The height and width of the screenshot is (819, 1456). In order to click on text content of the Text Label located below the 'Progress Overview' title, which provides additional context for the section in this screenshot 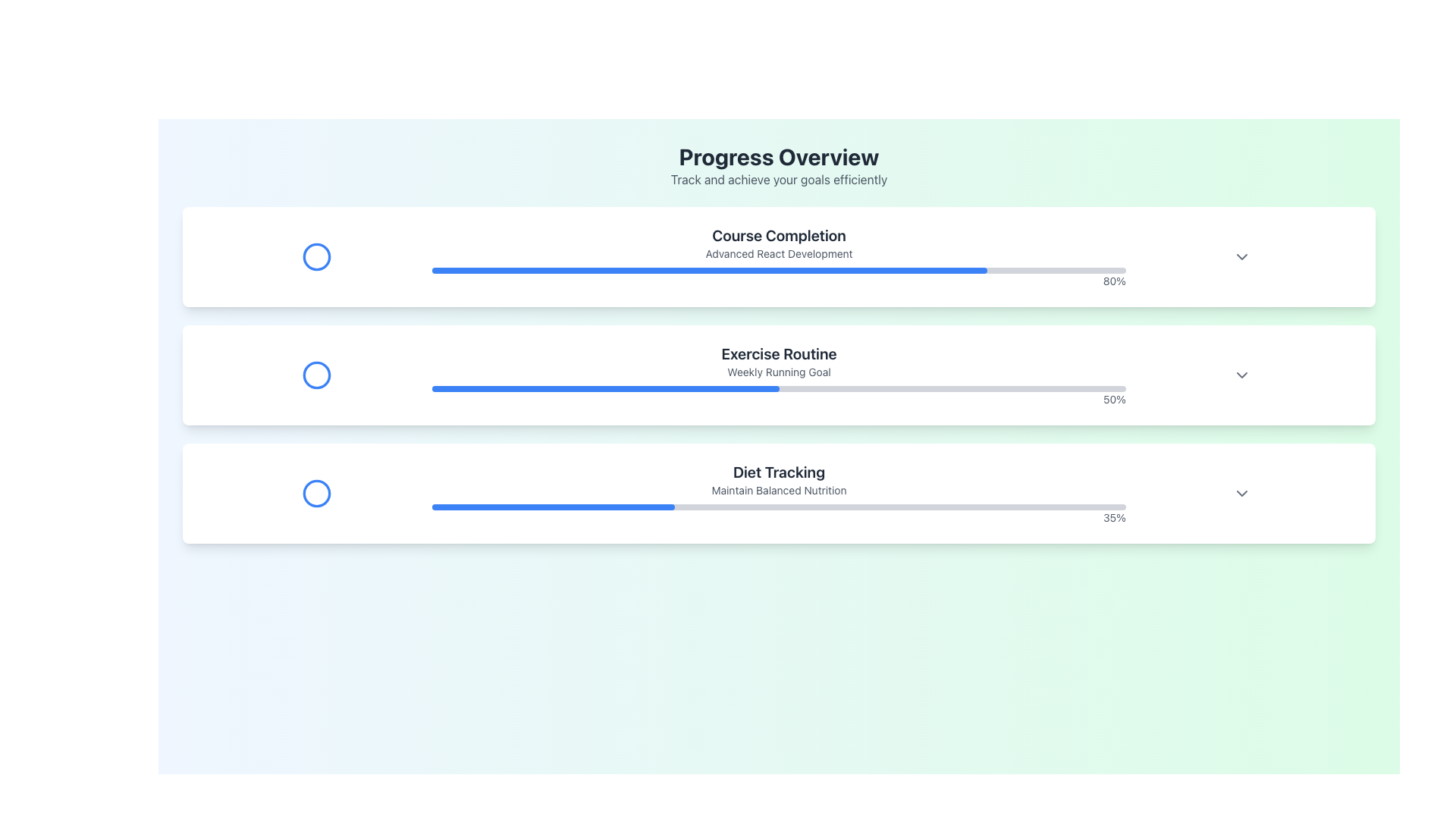, I will do `click(779, 178)`.